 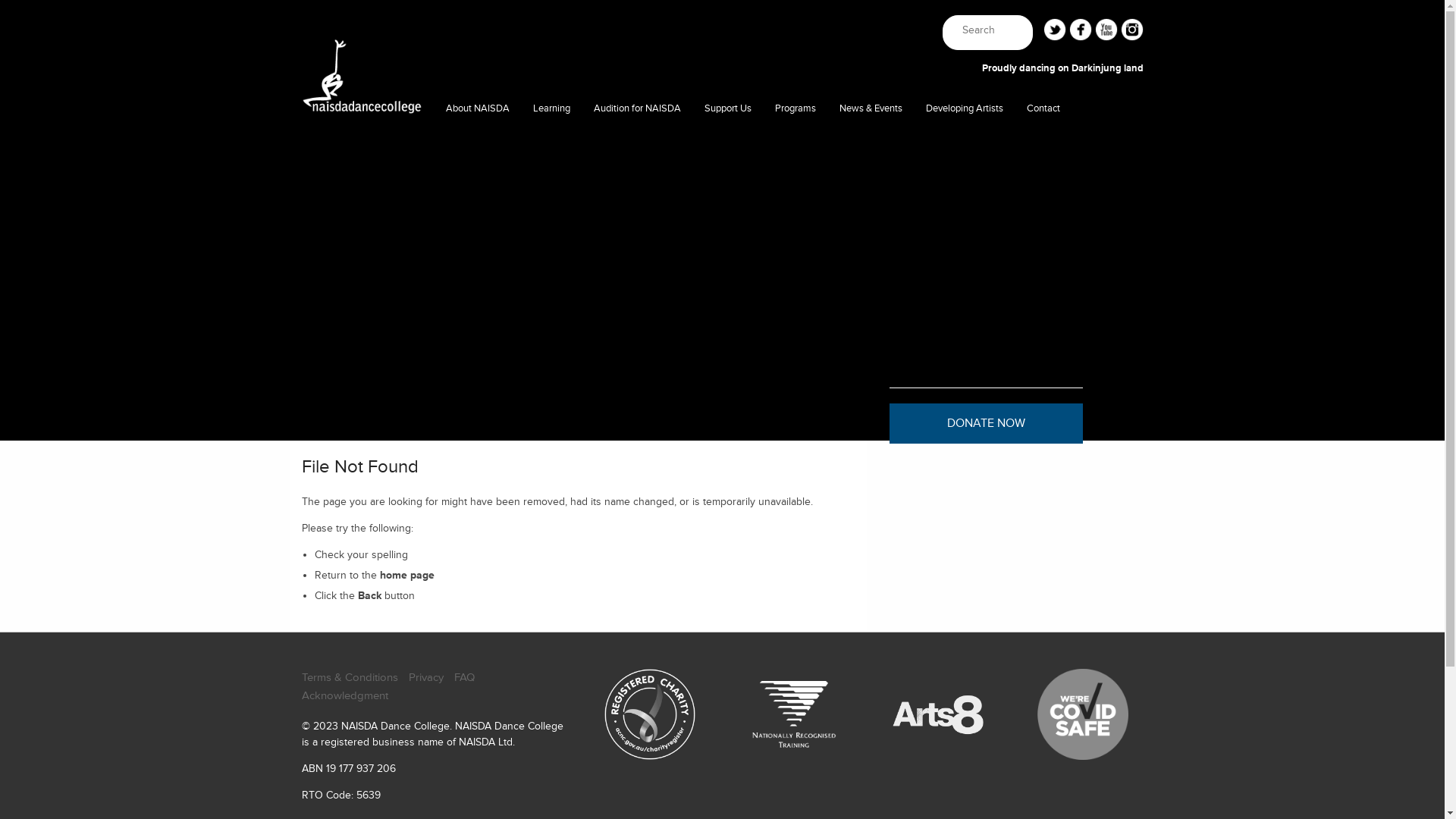 I want to click on 'Facilities', so click(x=433, y=171).